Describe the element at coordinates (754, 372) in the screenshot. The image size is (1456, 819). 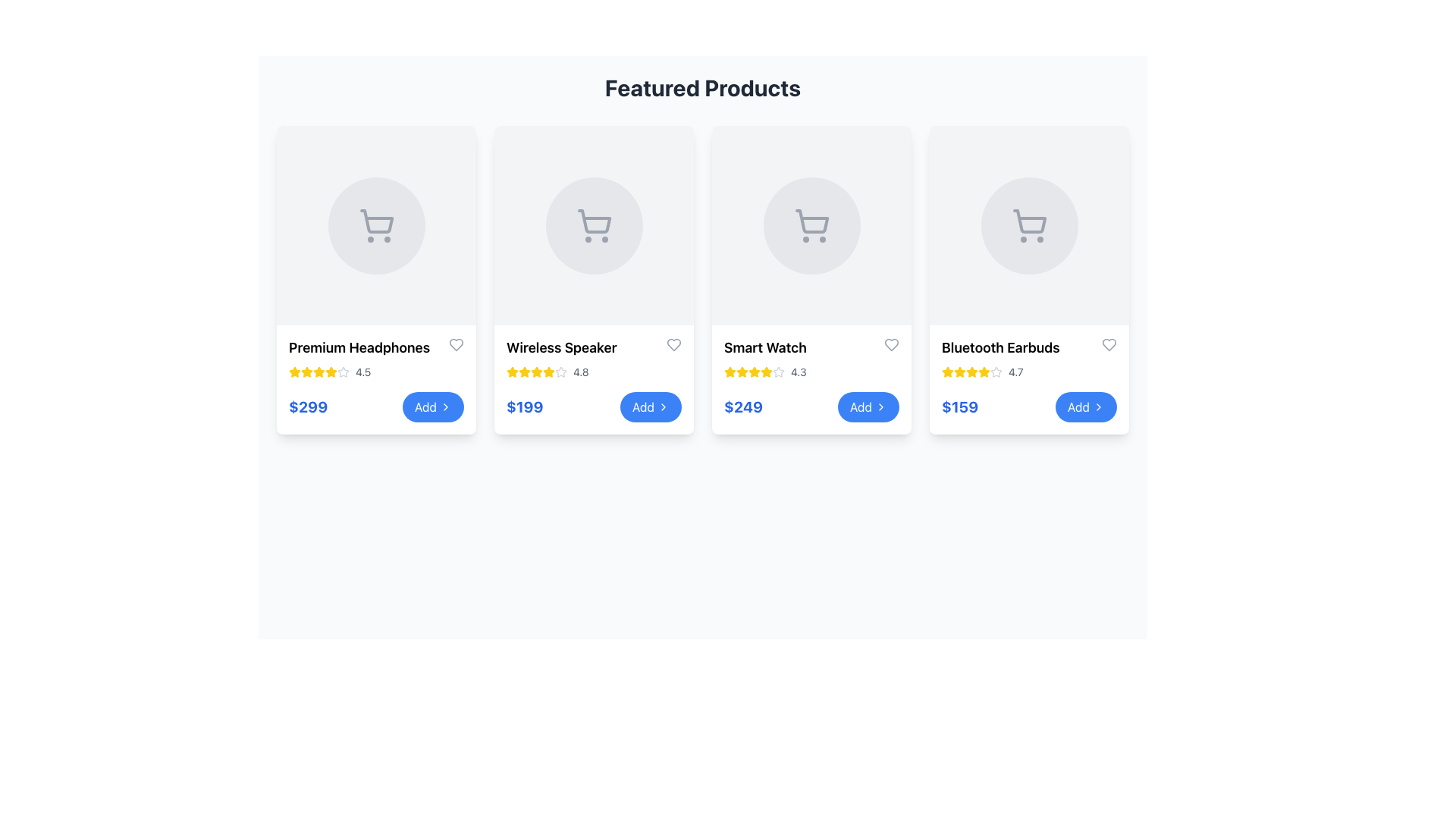
I see `the third star icon in the 5-star rating system located beneath the 'Smart Watch' product card` at that location.